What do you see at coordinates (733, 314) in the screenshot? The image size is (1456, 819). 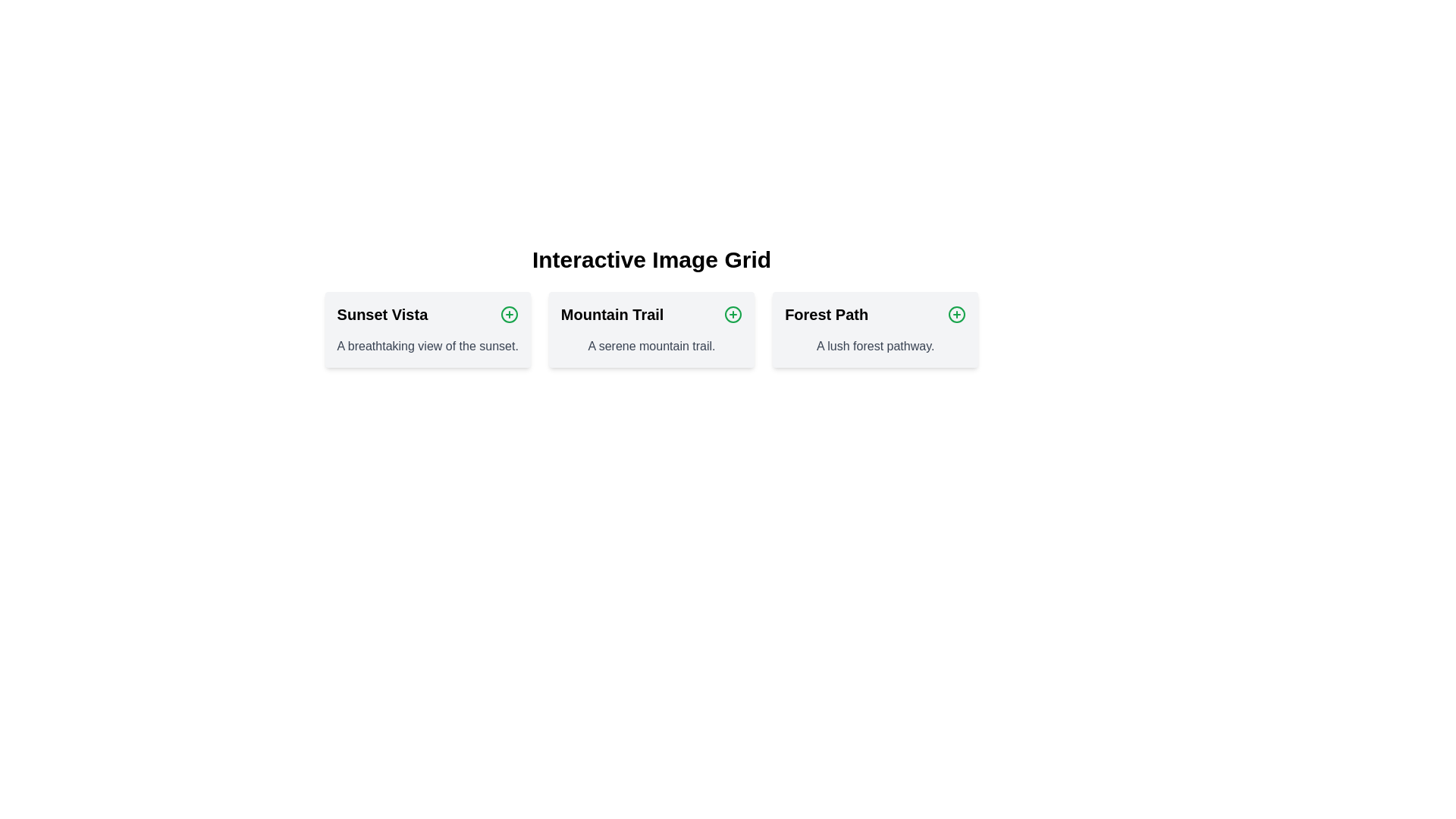 I see `the green circular icon with a plus symbol at its center located in the 'Mountain Trail' card` at bounding box center [733, 314].